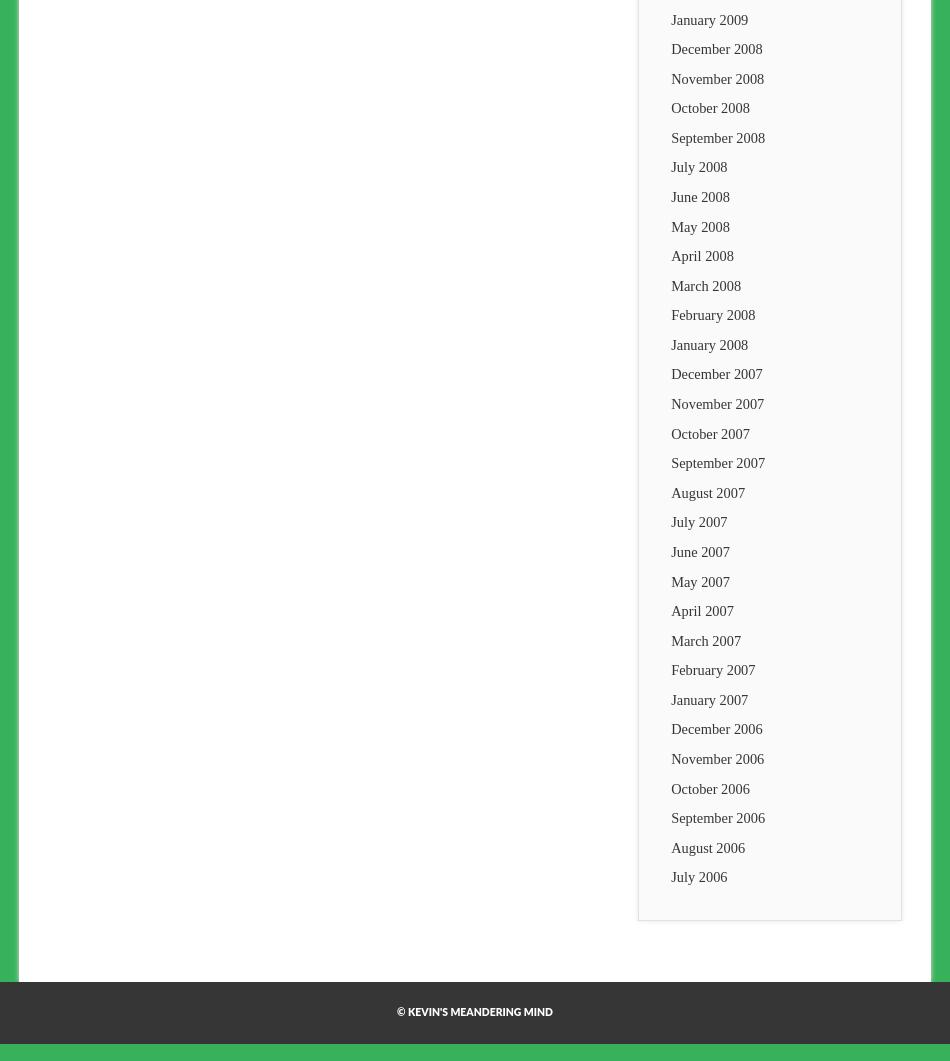 The height and width of the screenshot is (1061, 950). I want to click on 'June 2008', so click(670, 196).